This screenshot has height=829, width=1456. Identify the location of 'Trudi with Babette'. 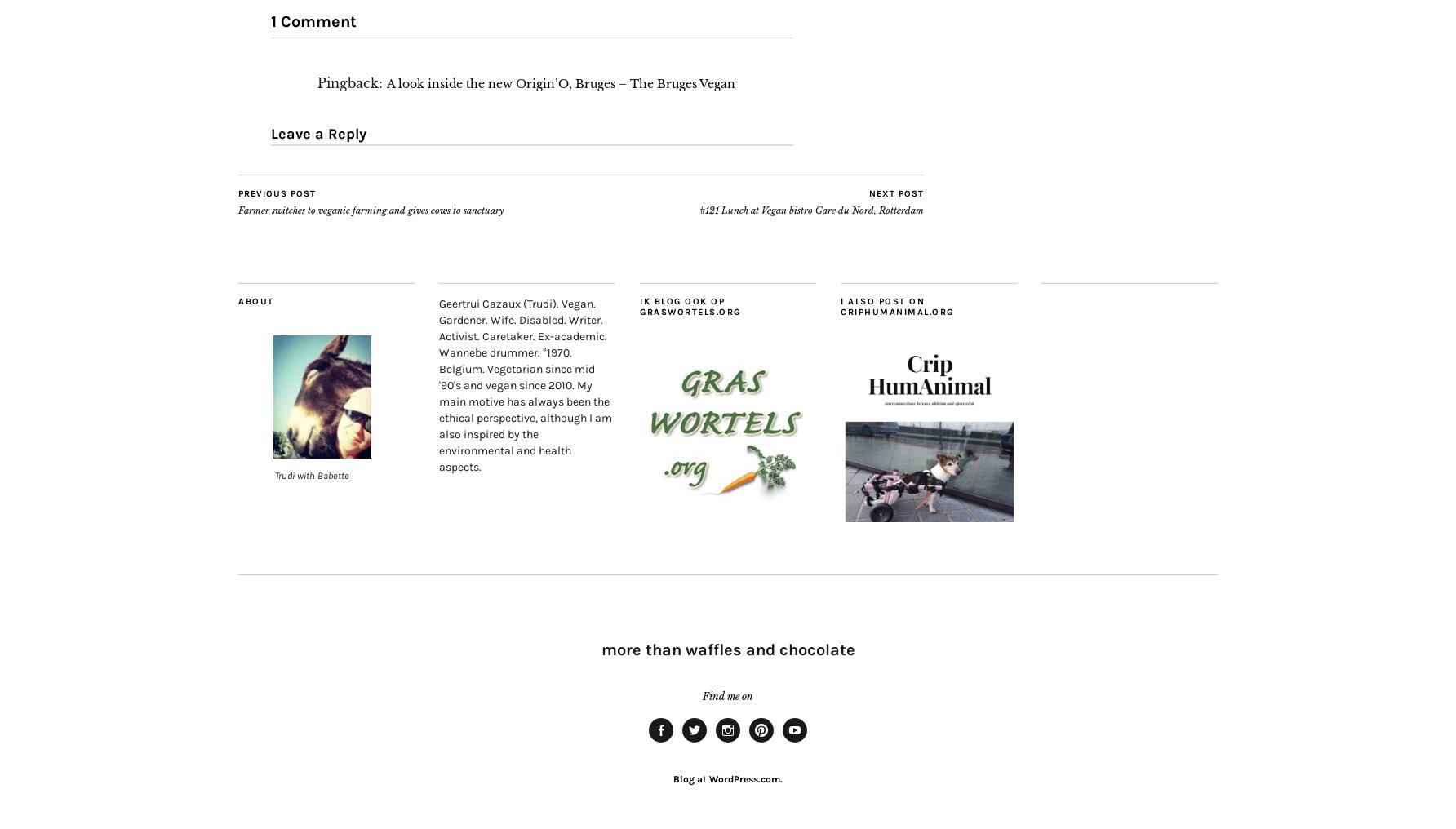
(311, 475).